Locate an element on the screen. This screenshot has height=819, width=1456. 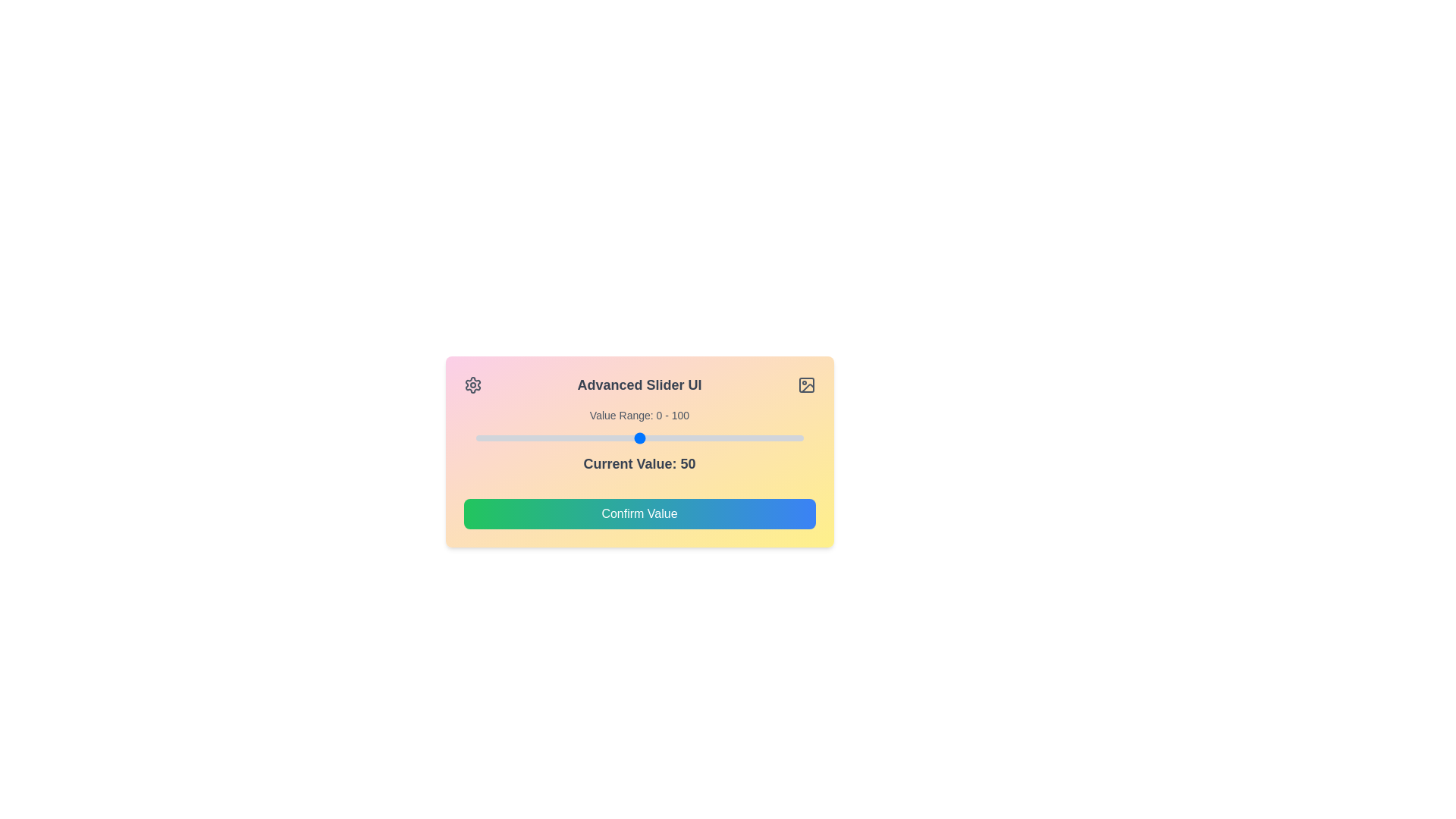
'Confirm Value' button to submit the current slider value is located at coordinates (639, 513).